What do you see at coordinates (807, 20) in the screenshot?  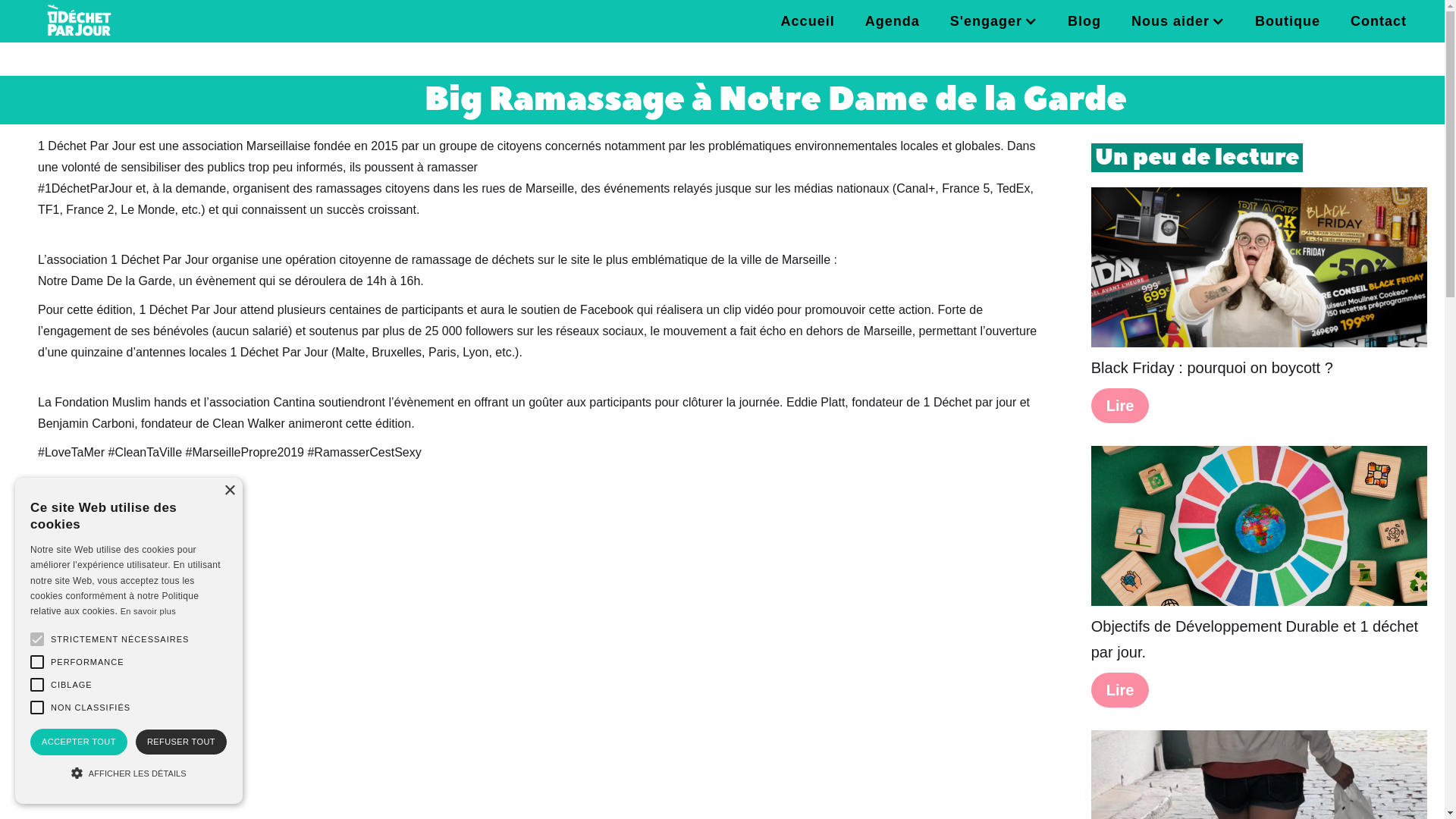 I see `'Accueil'` at bounding box center [807, 20].